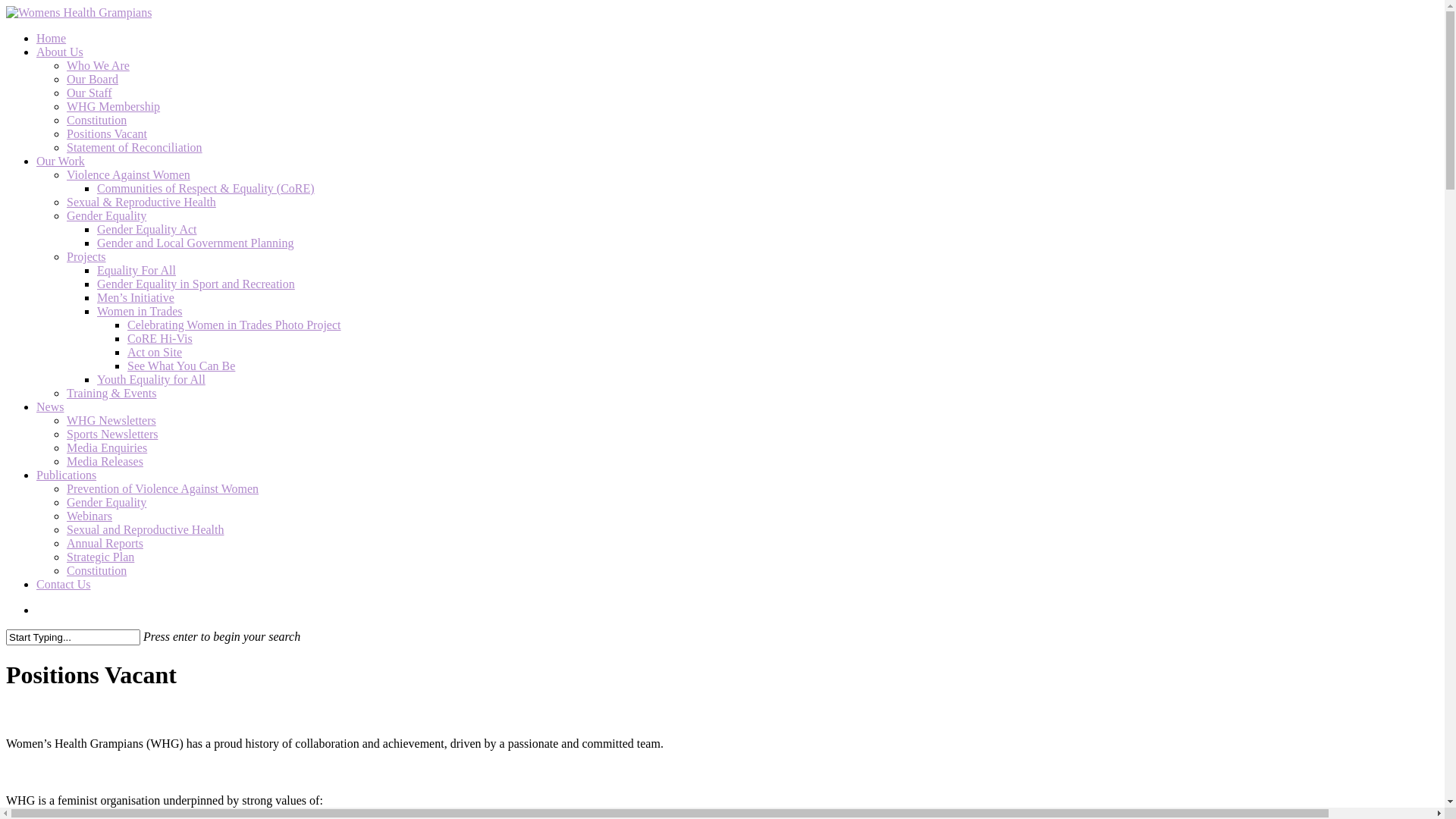 The width and height of the screenshot is (1456, 819). Describe the element at coordinates (146, 529) in the screenshot. I see `'Sexual and Reproductive Health'` at that location.